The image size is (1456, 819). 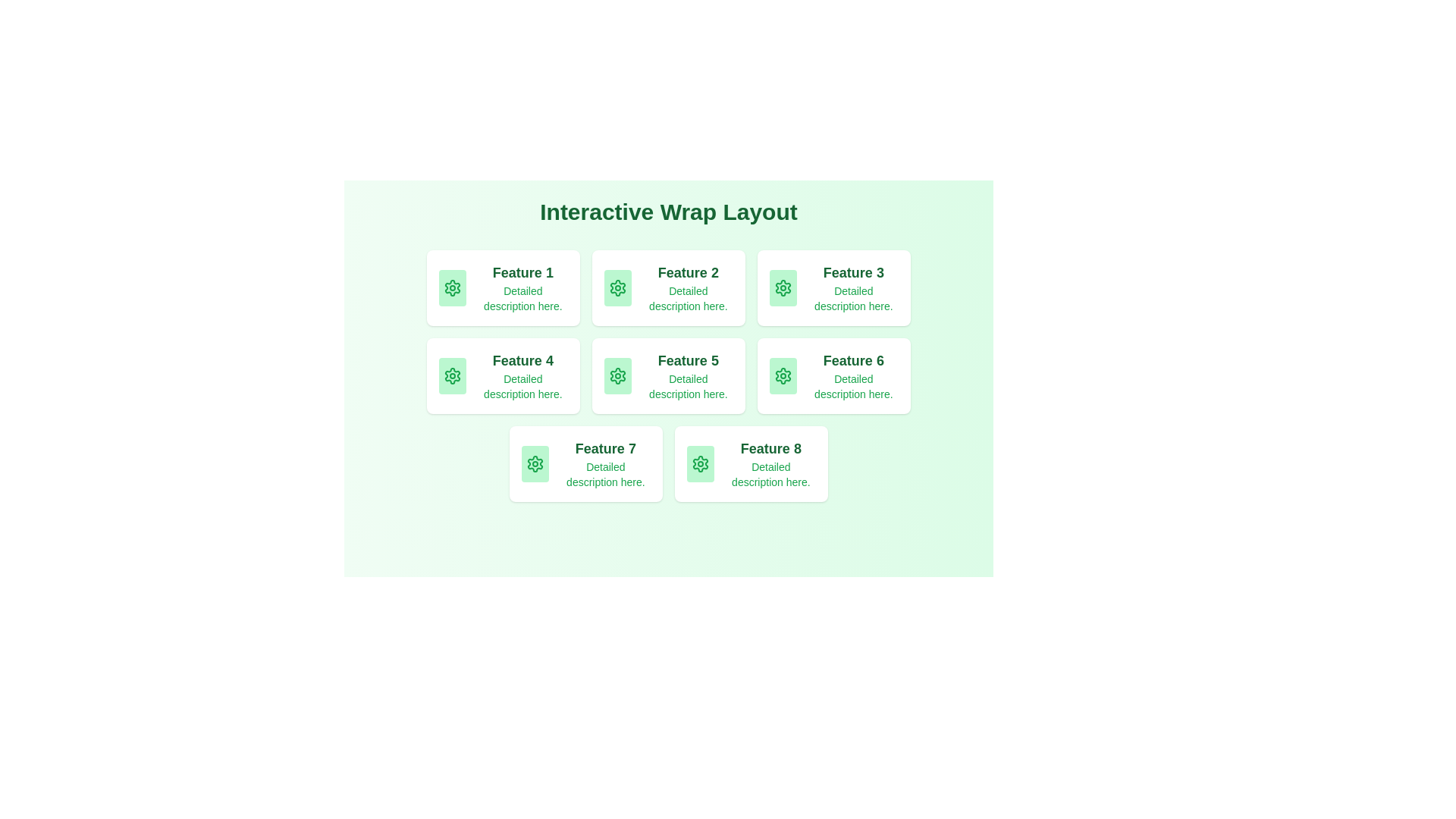 I want to click on the center-aligned gear icon located in the 'Feature 5' box in the second row, middle column, so click(x=617, y=375).